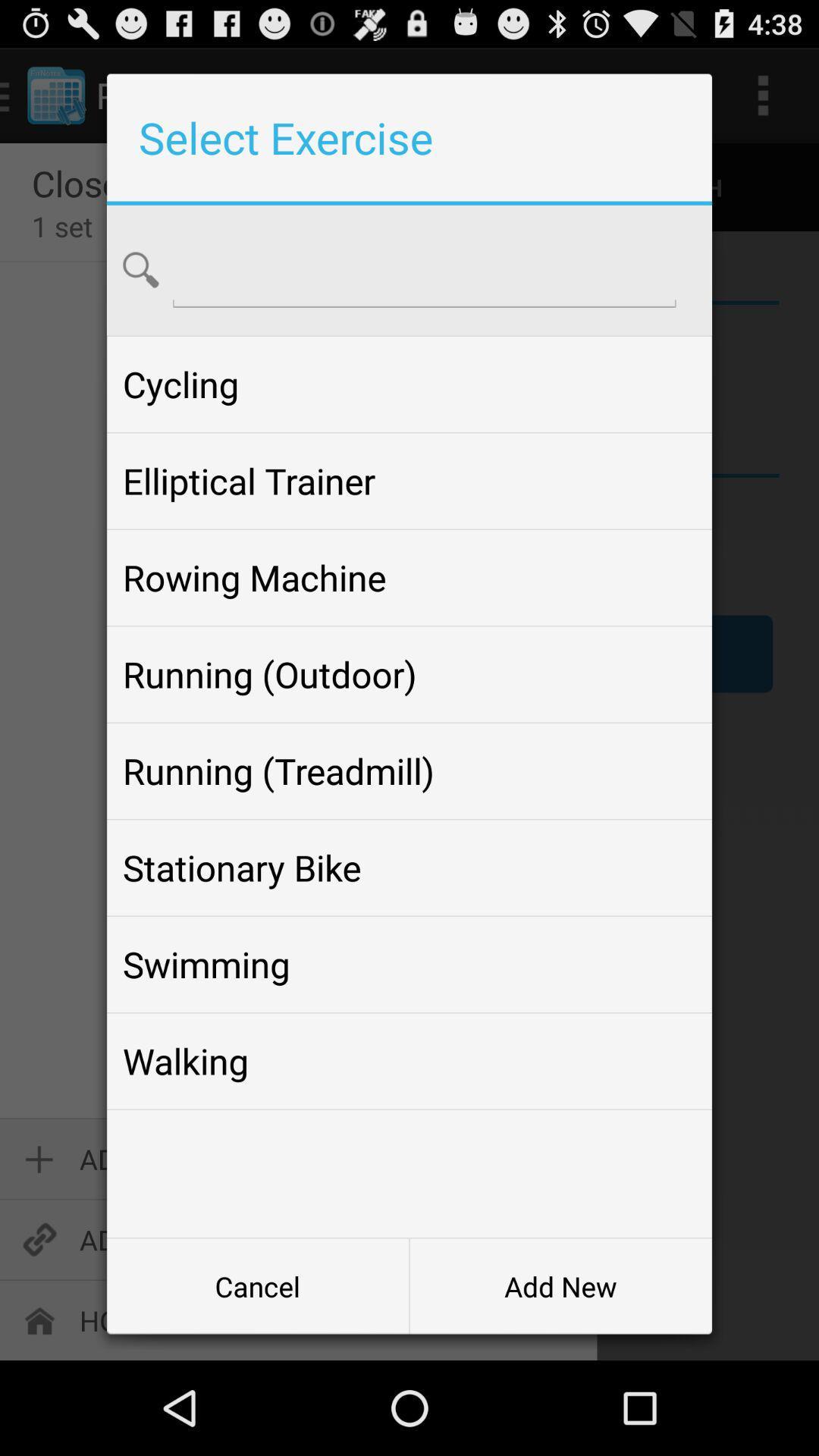 This screenshot has height=1456, width=819. What do you see at coordinates (409, 577) in the screenshot?
I see `the rowing machine icon` at bounding box center [409, 577].